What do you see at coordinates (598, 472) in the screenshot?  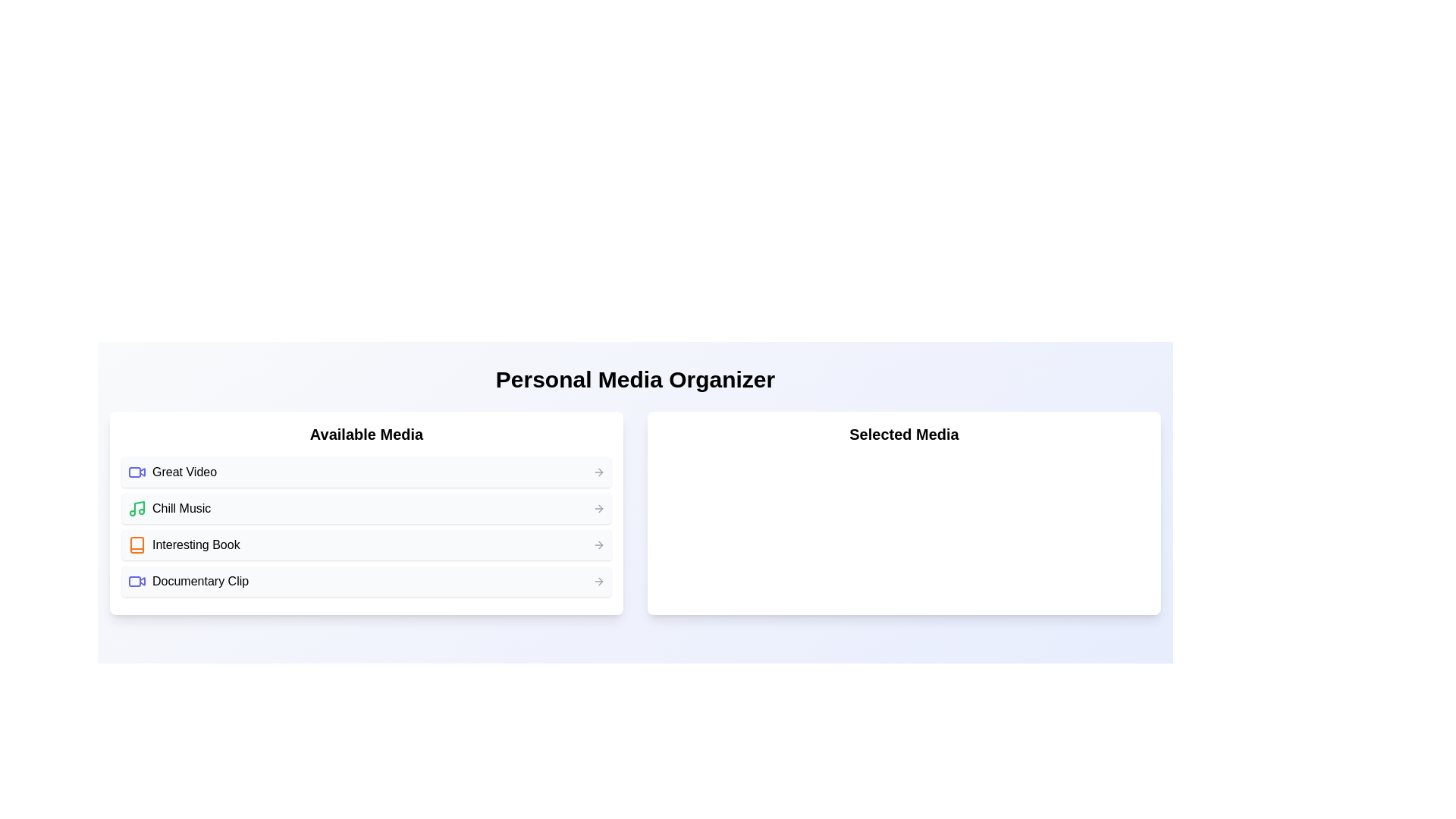 I see `the right-pointing gray arrow icon located at the rightmost part of the 'Great Video' row in the 'Available Media' list` at bounding box center [598, 472].